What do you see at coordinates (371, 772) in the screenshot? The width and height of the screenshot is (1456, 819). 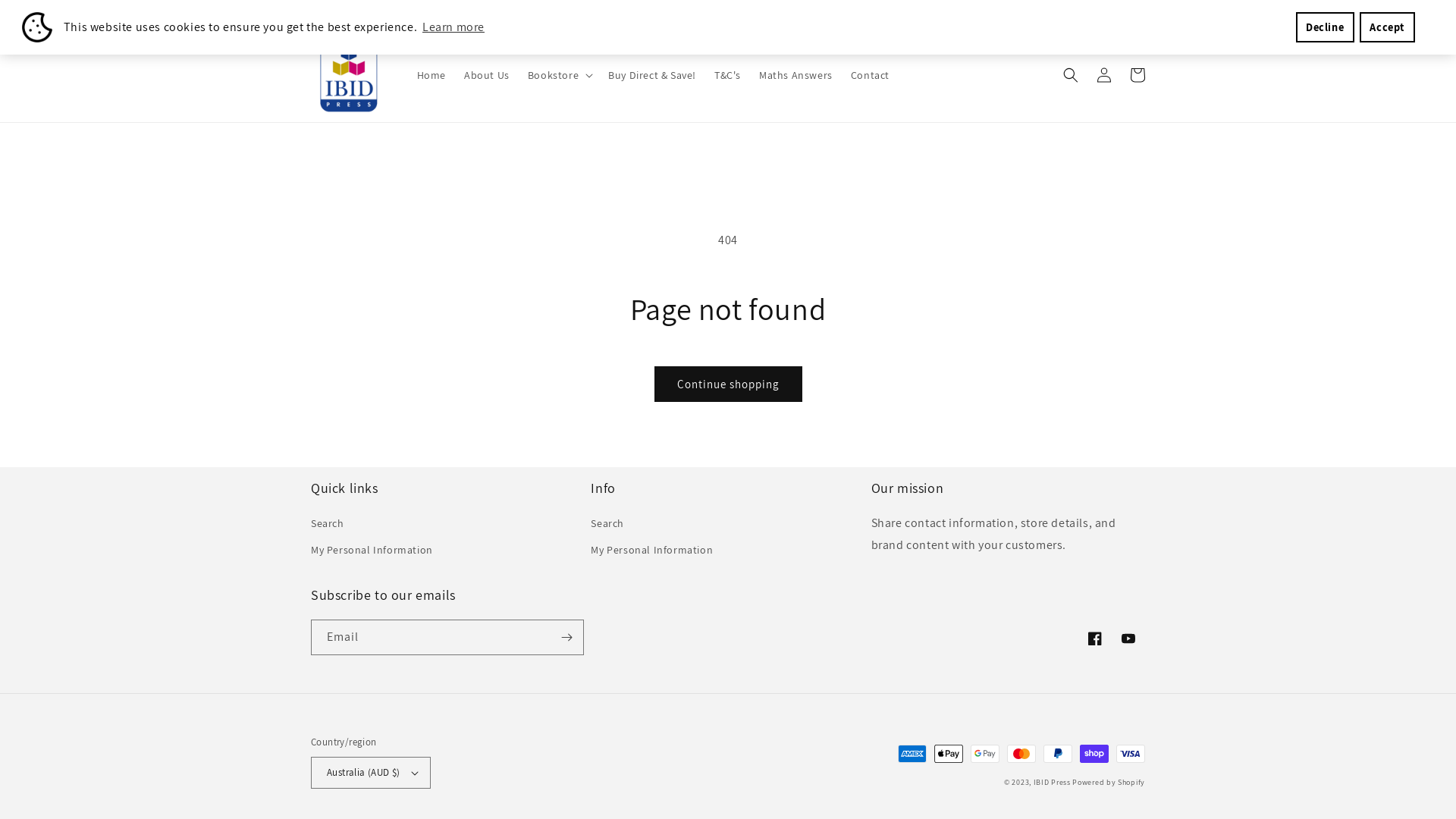 I see `'Australia (AUD $)'` at bounding box center [371, 772].